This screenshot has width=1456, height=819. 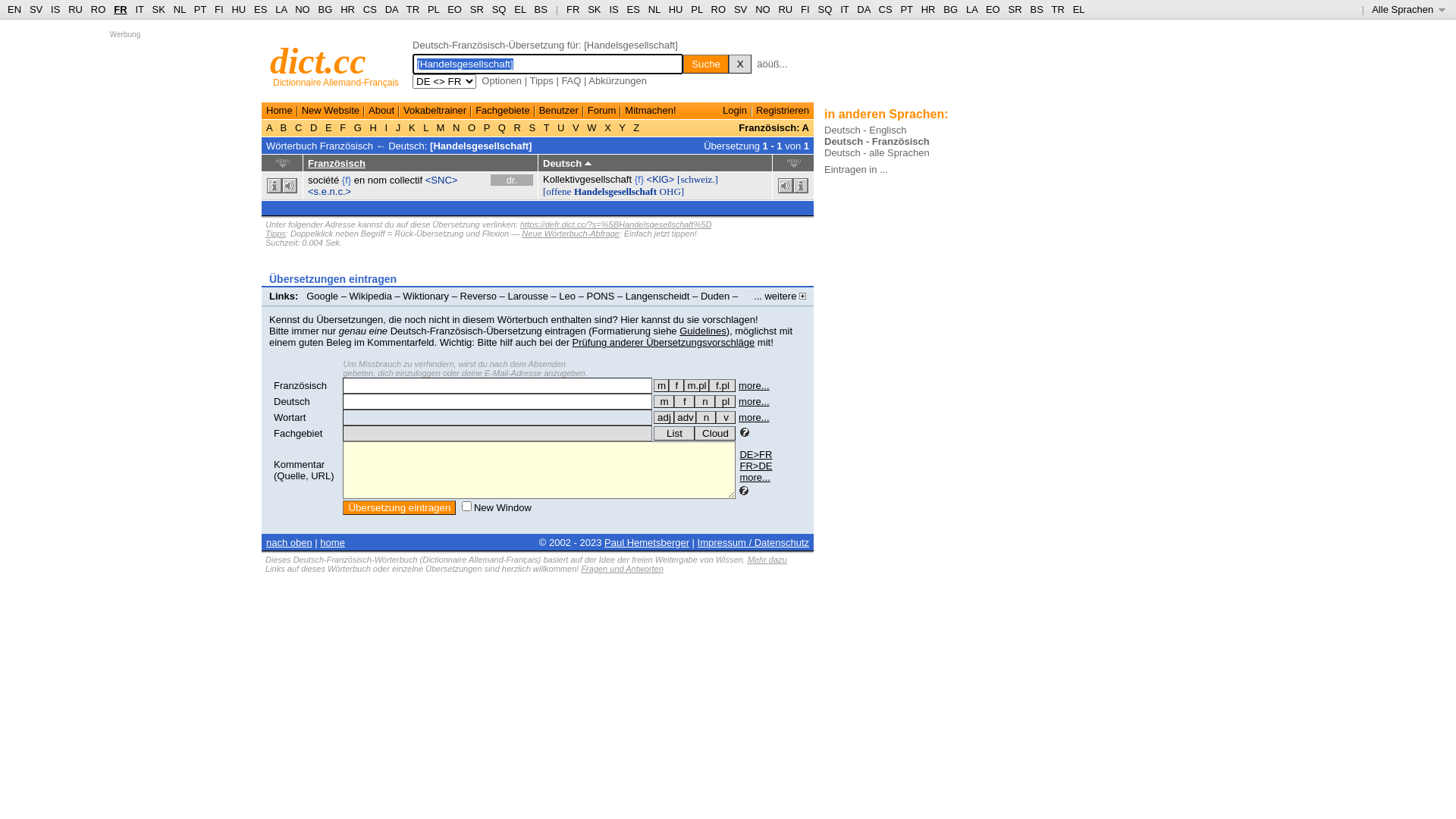 What do you see at coordinates (327, 127) in the screenshot?
I see `'E'` at bounding box center [327, 127].